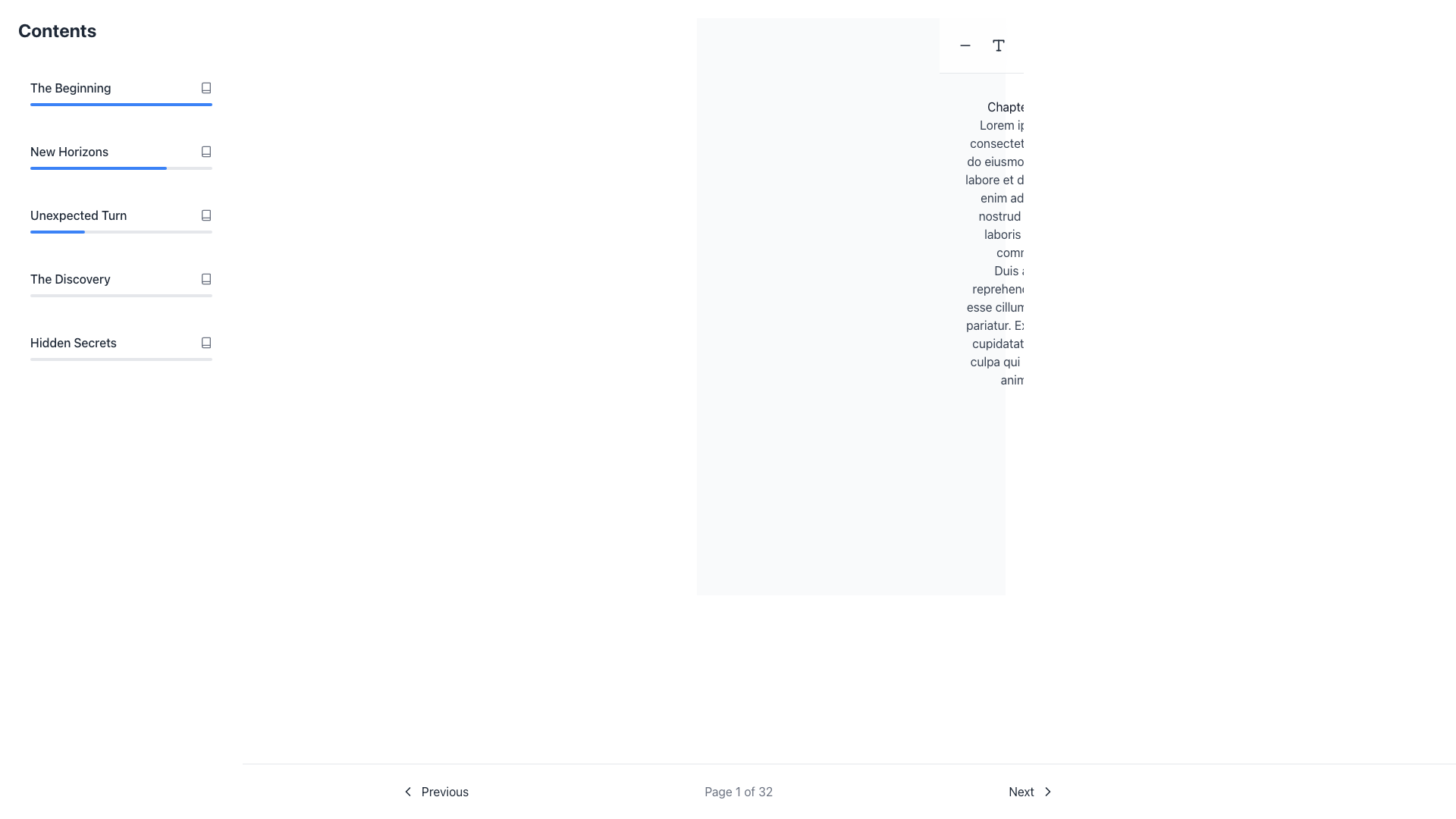 The height and width of the screenshot is (819, 1456). What do you see at coordinates (77, 215) in the screenshot?
I see `the third item in the 'Contents' list, which serves as a navigational link or marker for a chapter or section in the document` at bounding box center [77, 215].